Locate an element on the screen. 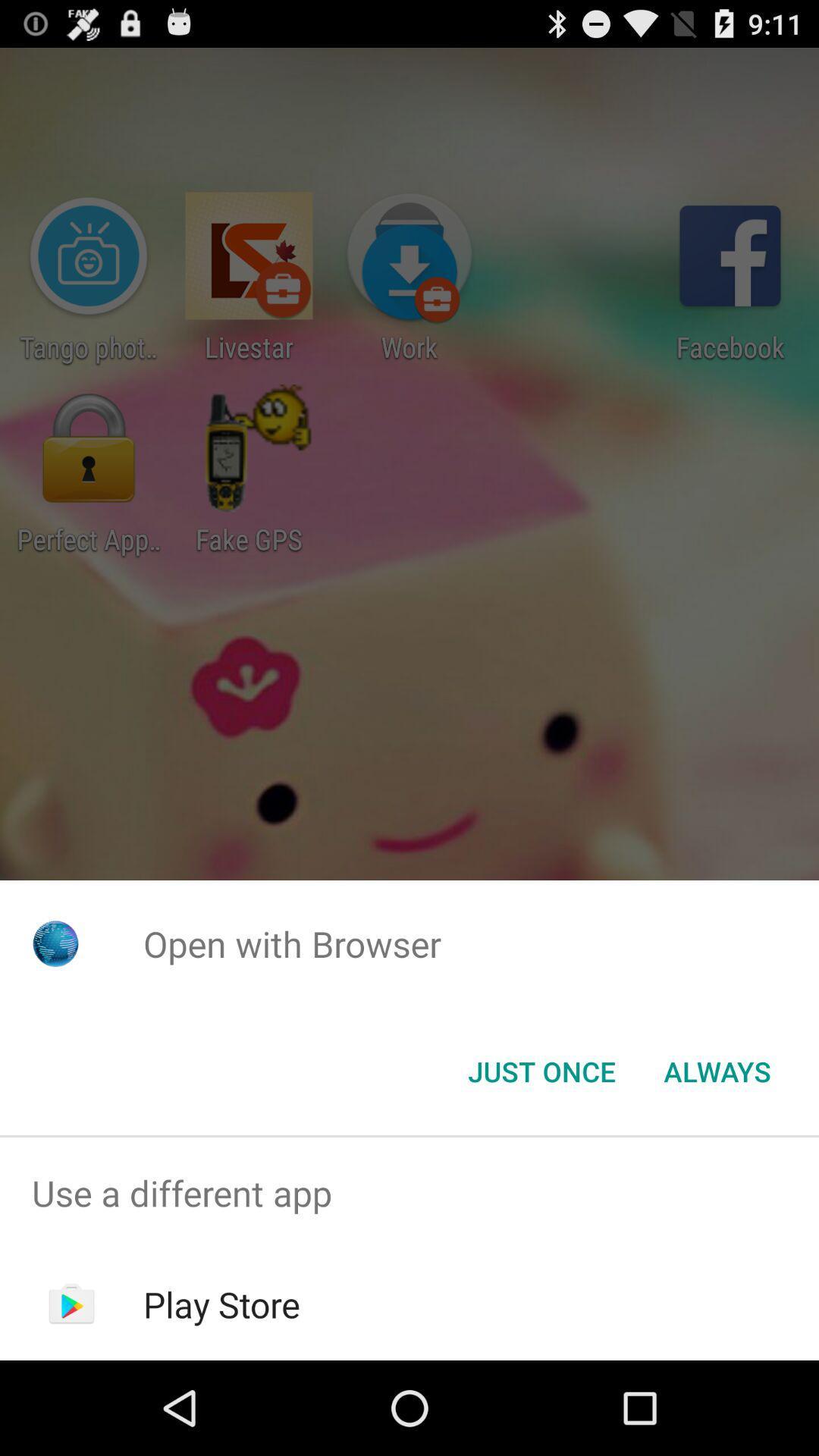  the button at the bottom right corner is located at coordinates (717, 1070).